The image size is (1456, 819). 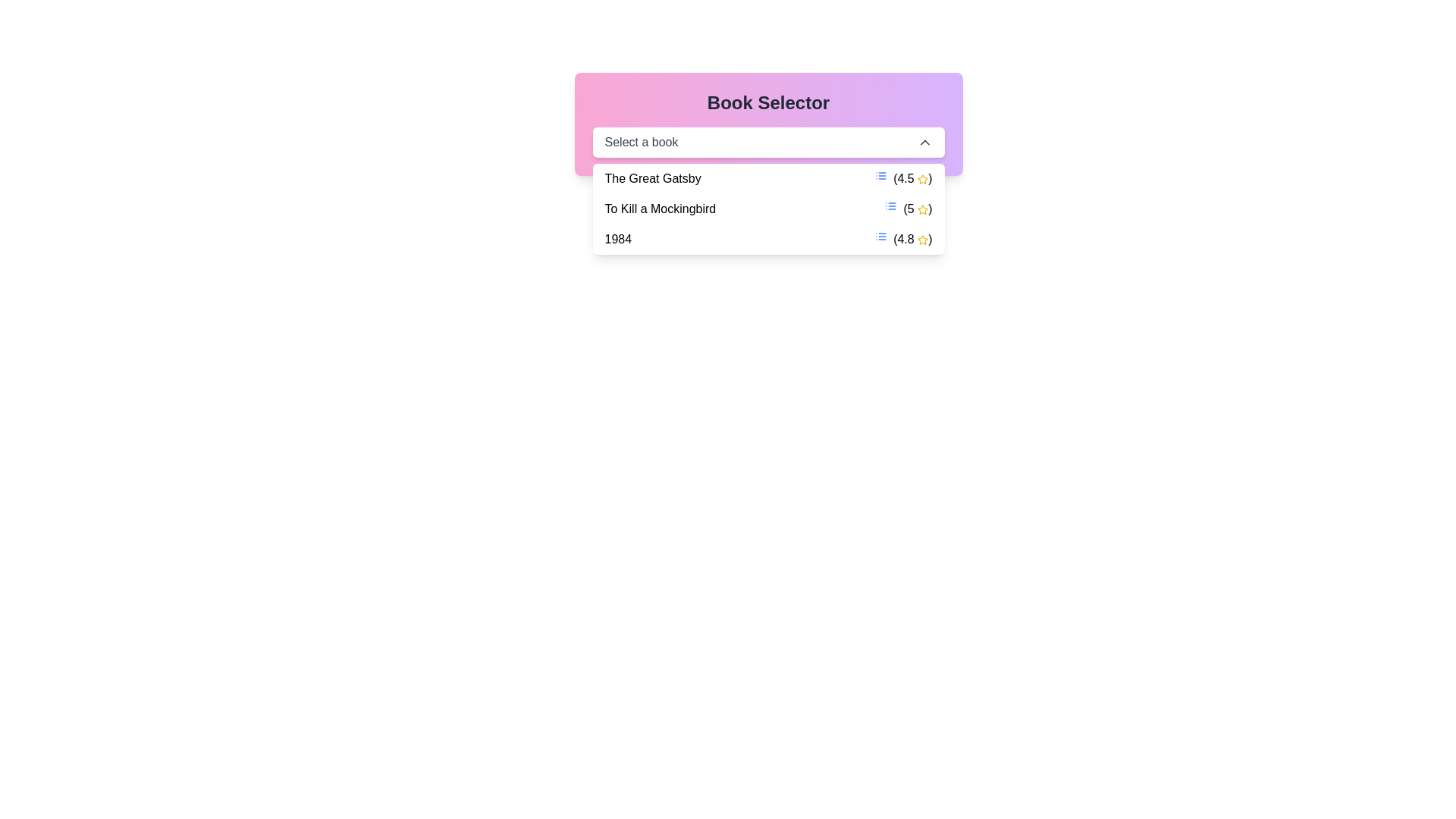 I want to click on the star icon that indicates the rating score for the book 'To Kill a Mockingbird', positioned to the right of the numeric rating value (5), so click(x=922, y=209).